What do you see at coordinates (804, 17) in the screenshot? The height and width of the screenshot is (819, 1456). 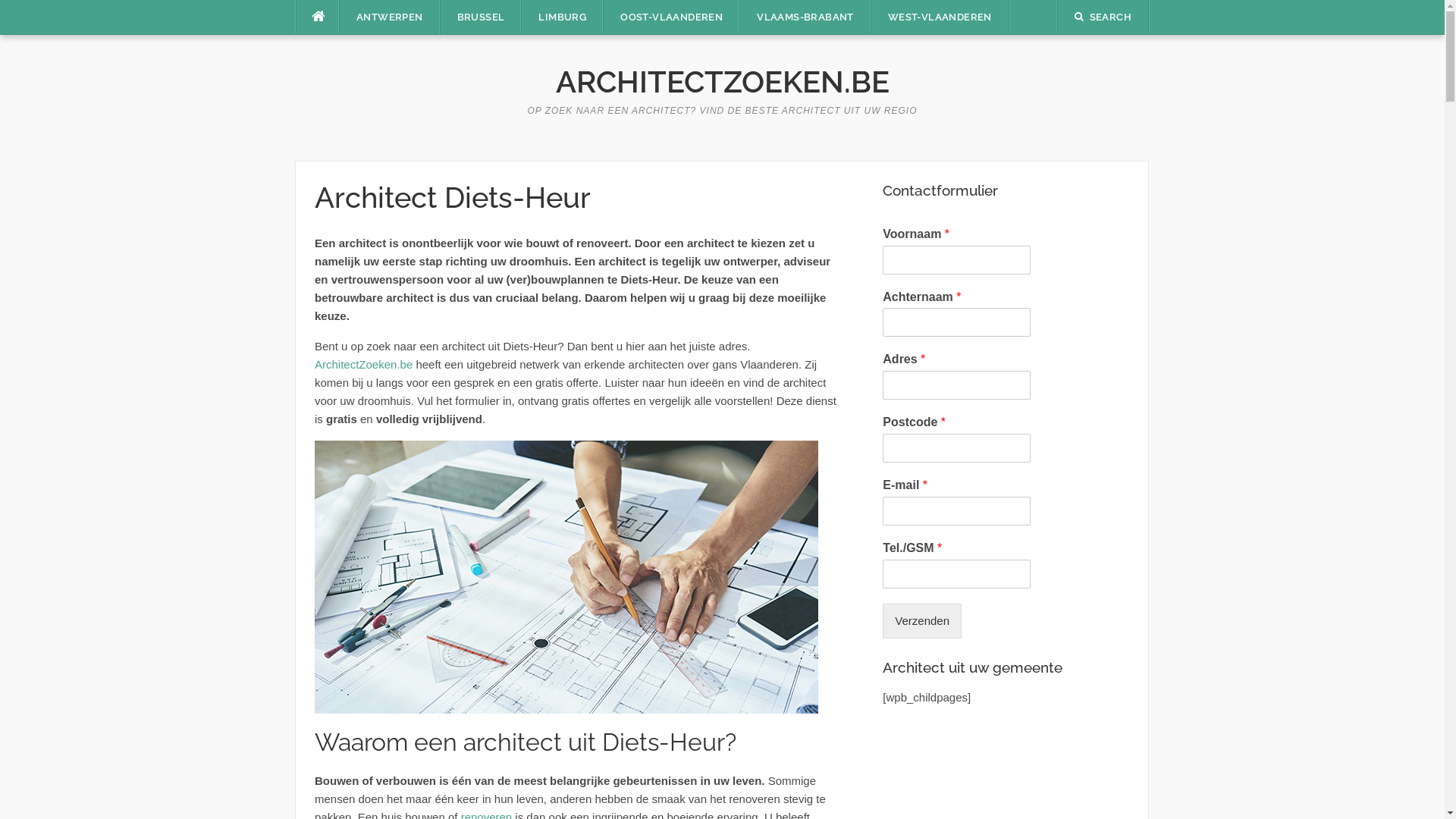 I see `'VLAAMS-BRABANT'` at bounding box center [804, 17].